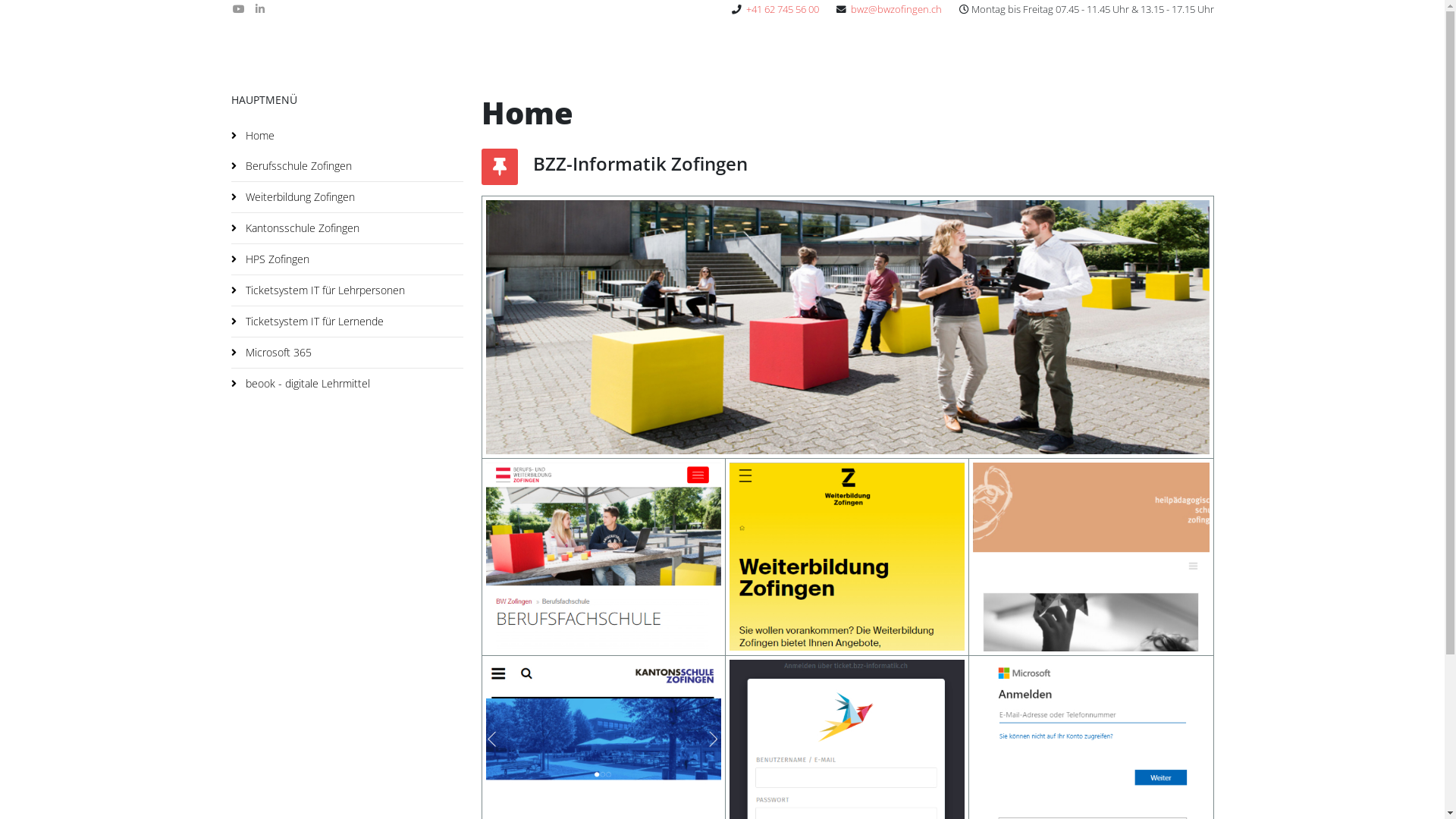  Describe the element at coordinates (345, 134) in the screenshot. I see `'Home'` at that location.